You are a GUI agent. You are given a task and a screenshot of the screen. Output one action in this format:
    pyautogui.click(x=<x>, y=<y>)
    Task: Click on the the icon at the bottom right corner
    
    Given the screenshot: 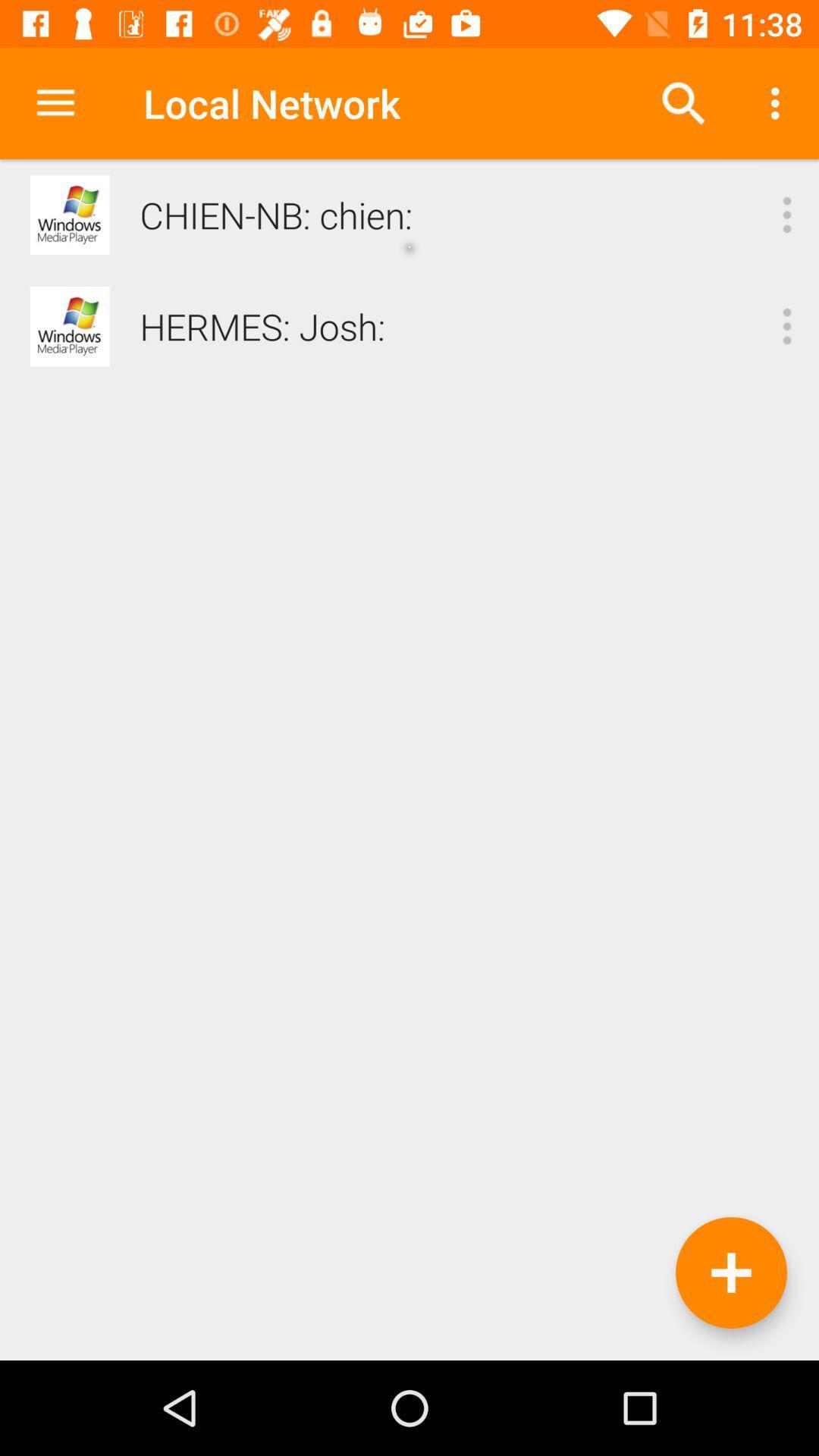 What is the action you would take?
    pyautogui.click(x=730, y=1272)
    